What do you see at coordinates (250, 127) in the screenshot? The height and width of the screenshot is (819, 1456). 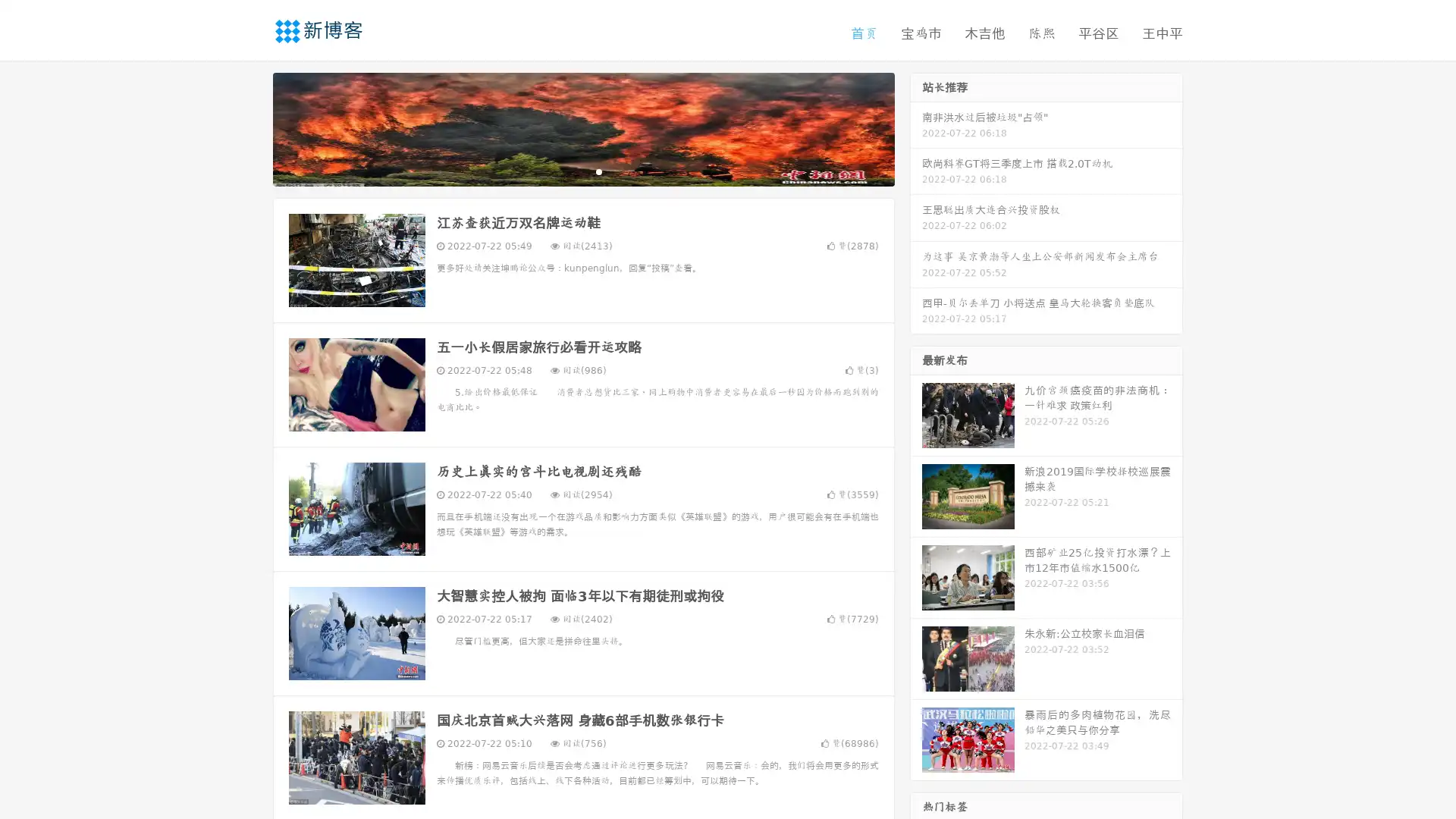 I see `Previous slide` at bounding box center [250, 127].